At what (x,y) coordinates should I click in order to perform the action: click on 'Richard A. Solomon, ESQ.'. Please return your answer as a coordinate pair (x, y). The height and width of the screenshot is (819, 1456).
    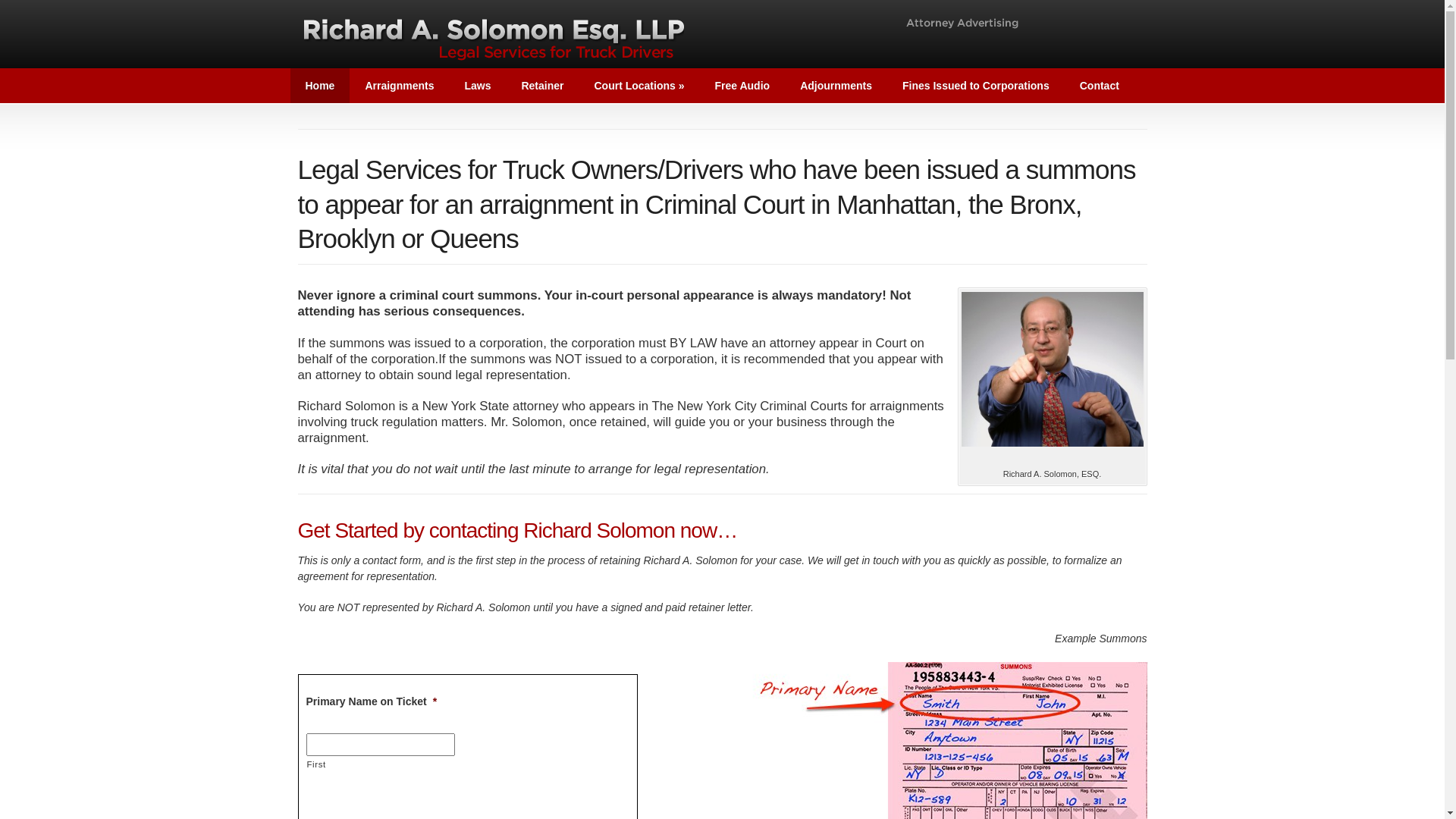
    Looking at the image, I should click on (1051, 369).